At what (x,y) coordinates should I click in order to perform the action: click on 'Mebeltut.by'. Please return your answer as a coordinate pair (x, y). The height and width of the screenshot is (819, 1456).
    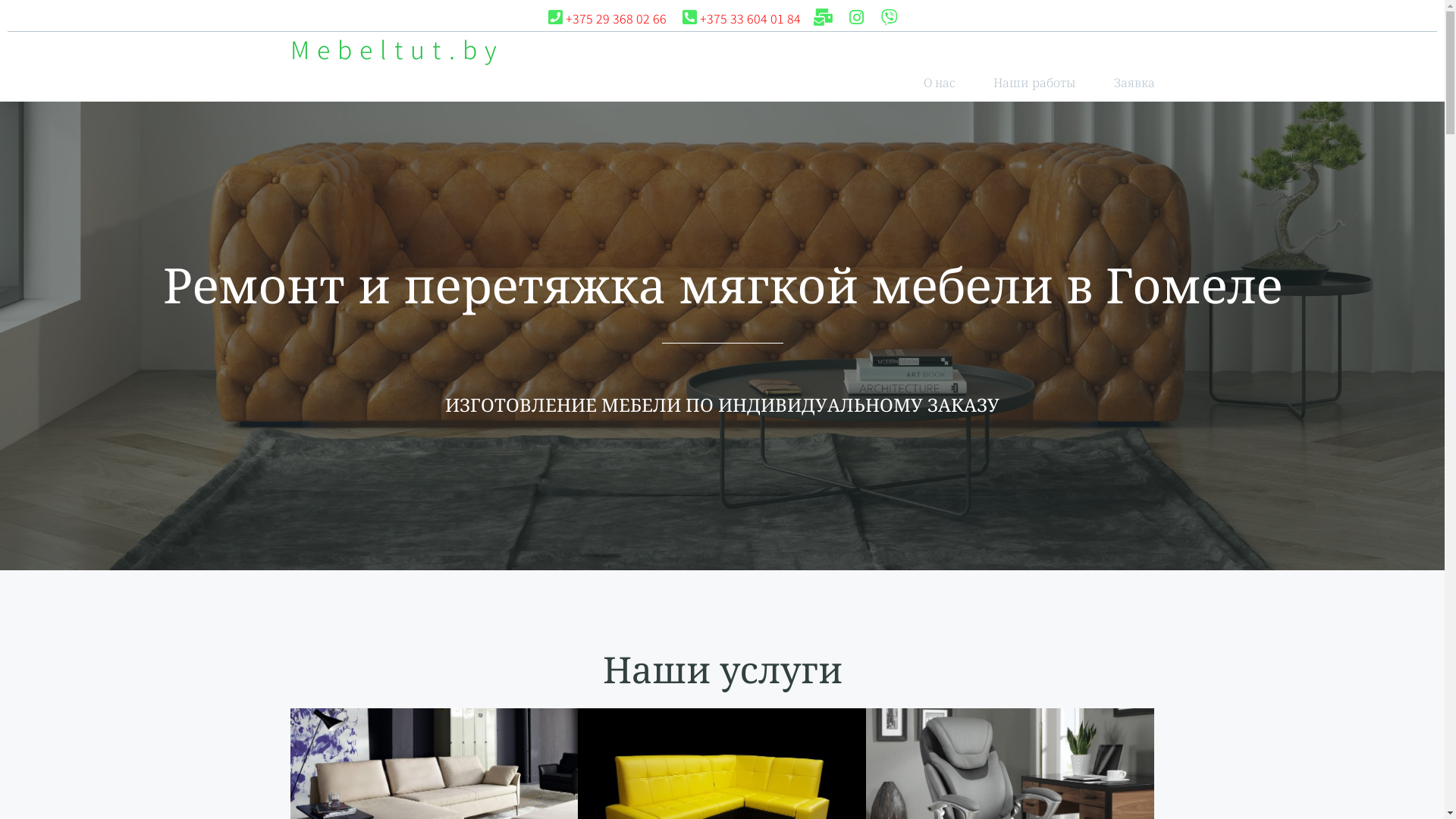
    Looking at the image, I should click on (290, 48).